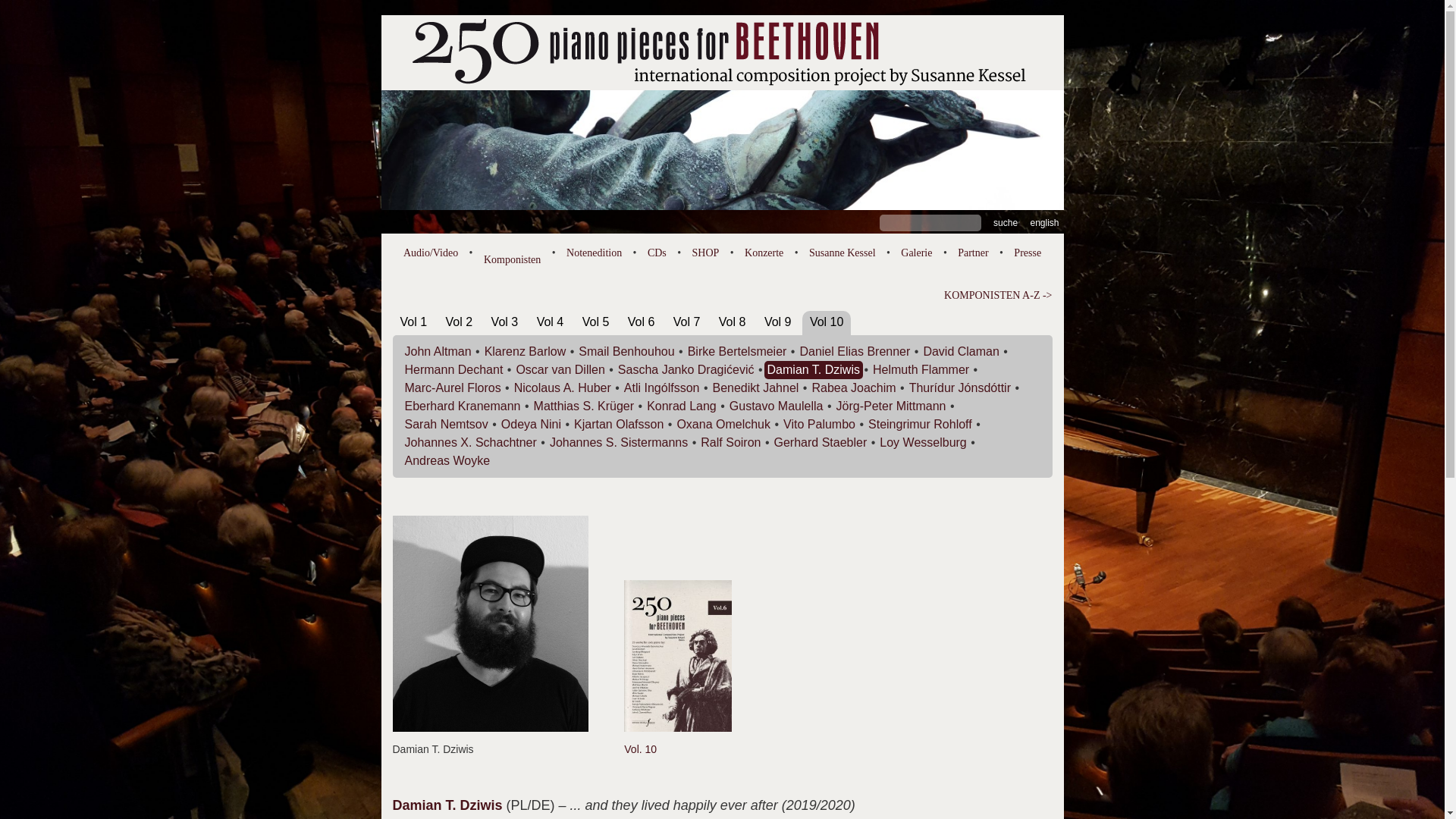 Image resolution: width=1456 pixels, height=819 pixels. I want to click on 'Loy Wesselburg', so click(922, 442).